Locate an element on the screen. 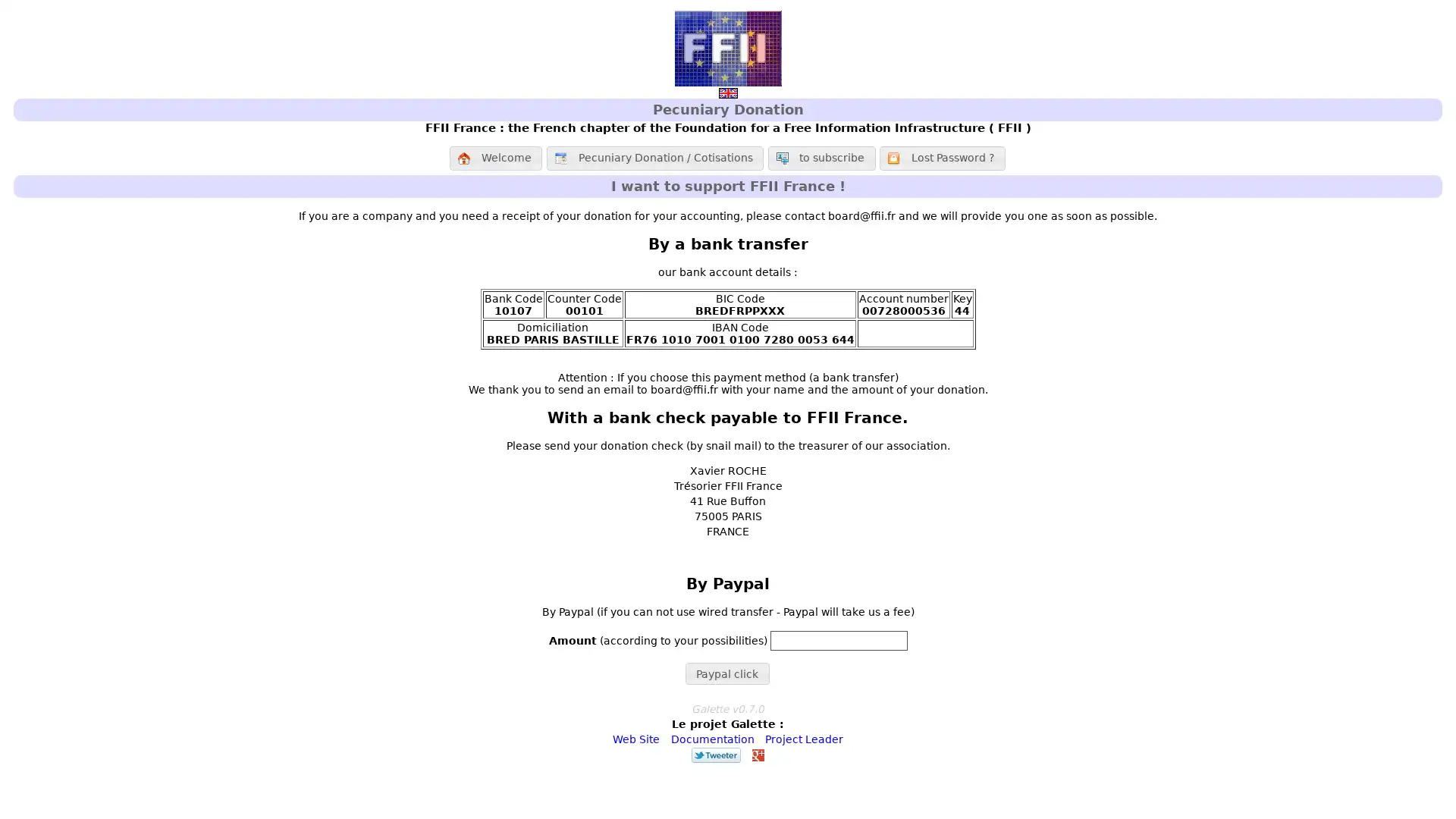 The image size is (1456, 819). Paypal click is located at coordinates (726, 673).